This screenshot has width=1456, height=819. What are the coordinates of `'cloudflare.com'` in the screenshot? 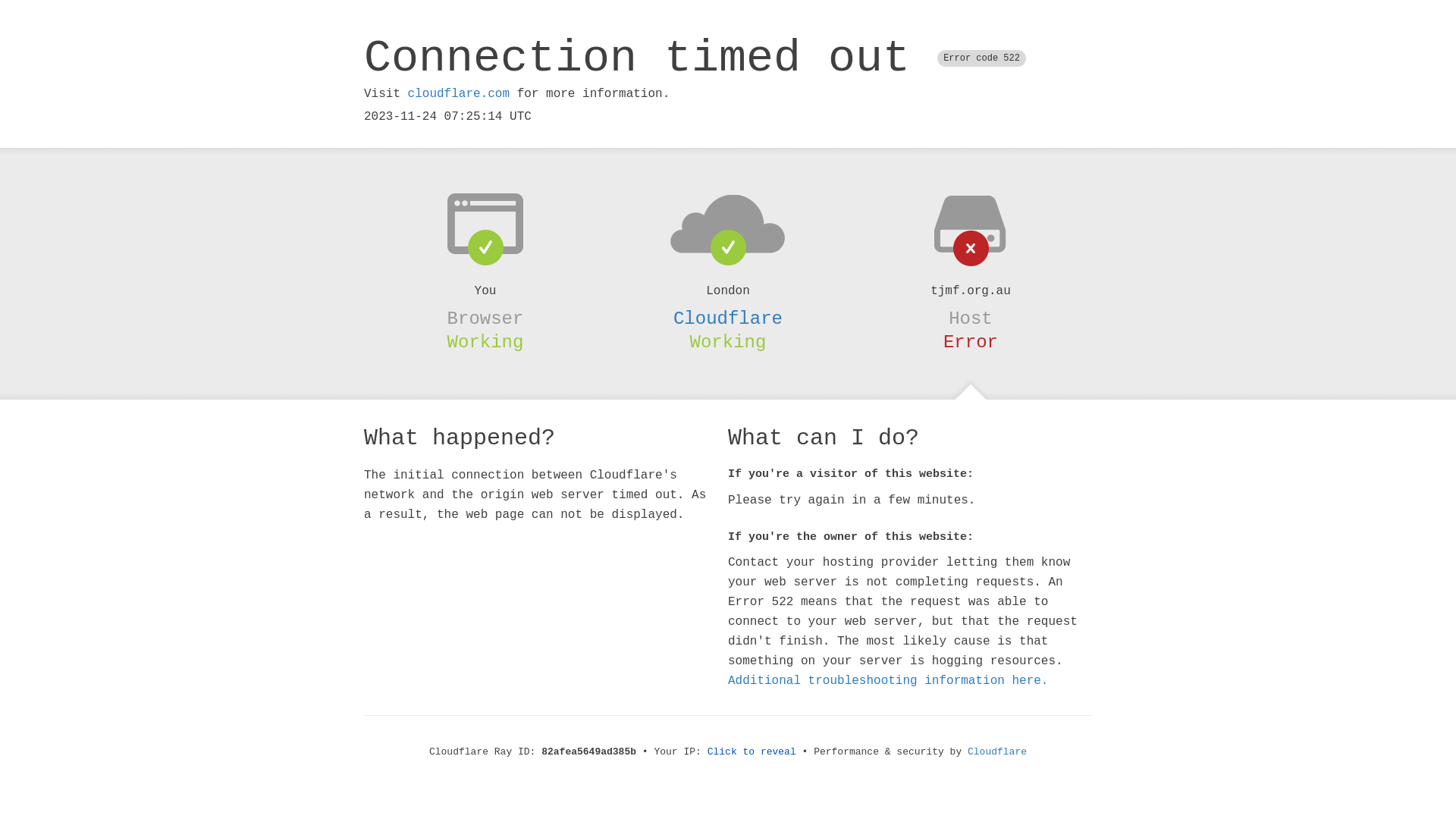 It's located at (457, 93).